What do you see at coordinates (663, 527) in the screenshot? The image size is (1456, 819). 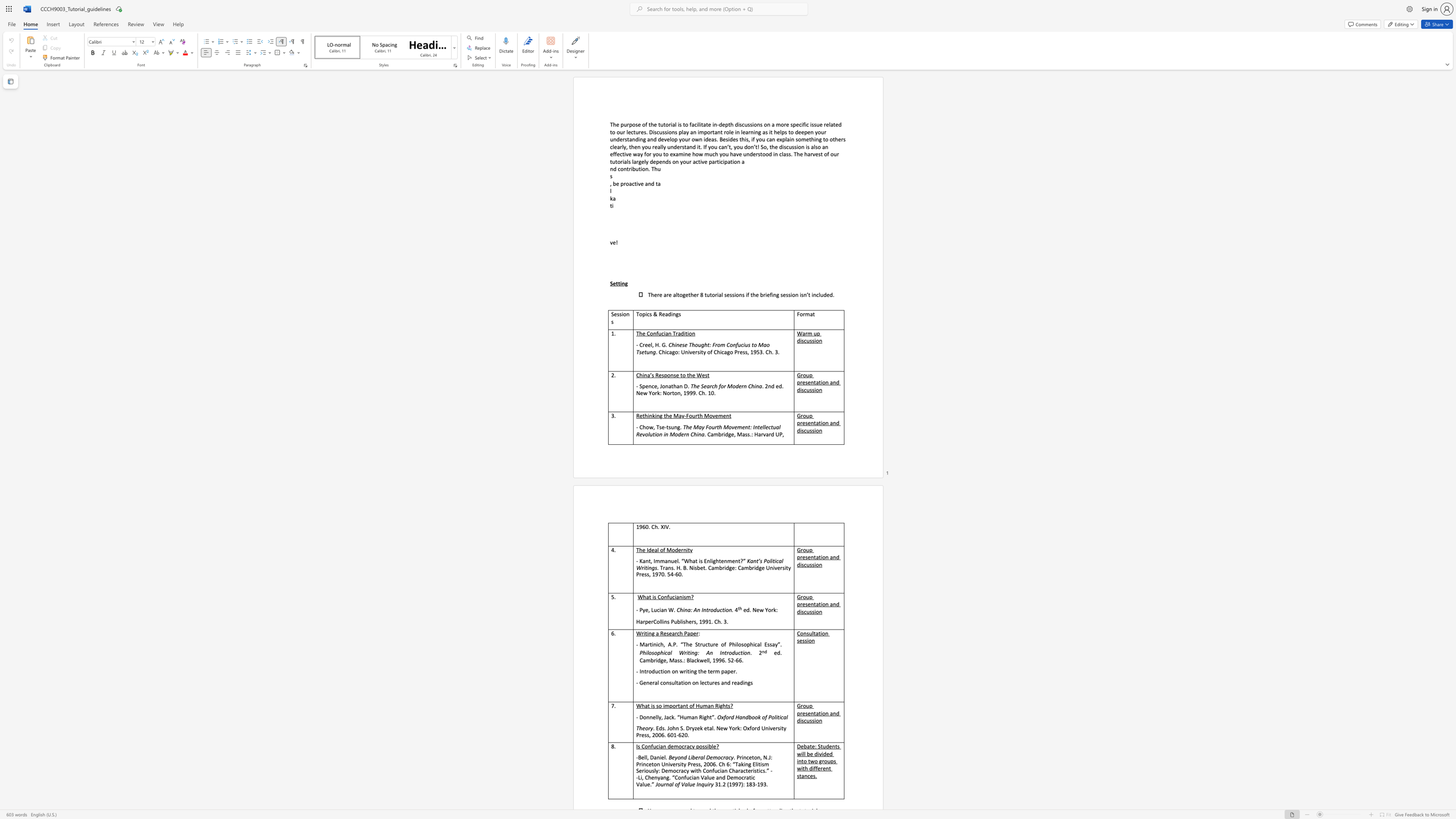 I see `the subset text "IV" within the text "1960. Ch. XIV."` at bounding box center [663, 527].